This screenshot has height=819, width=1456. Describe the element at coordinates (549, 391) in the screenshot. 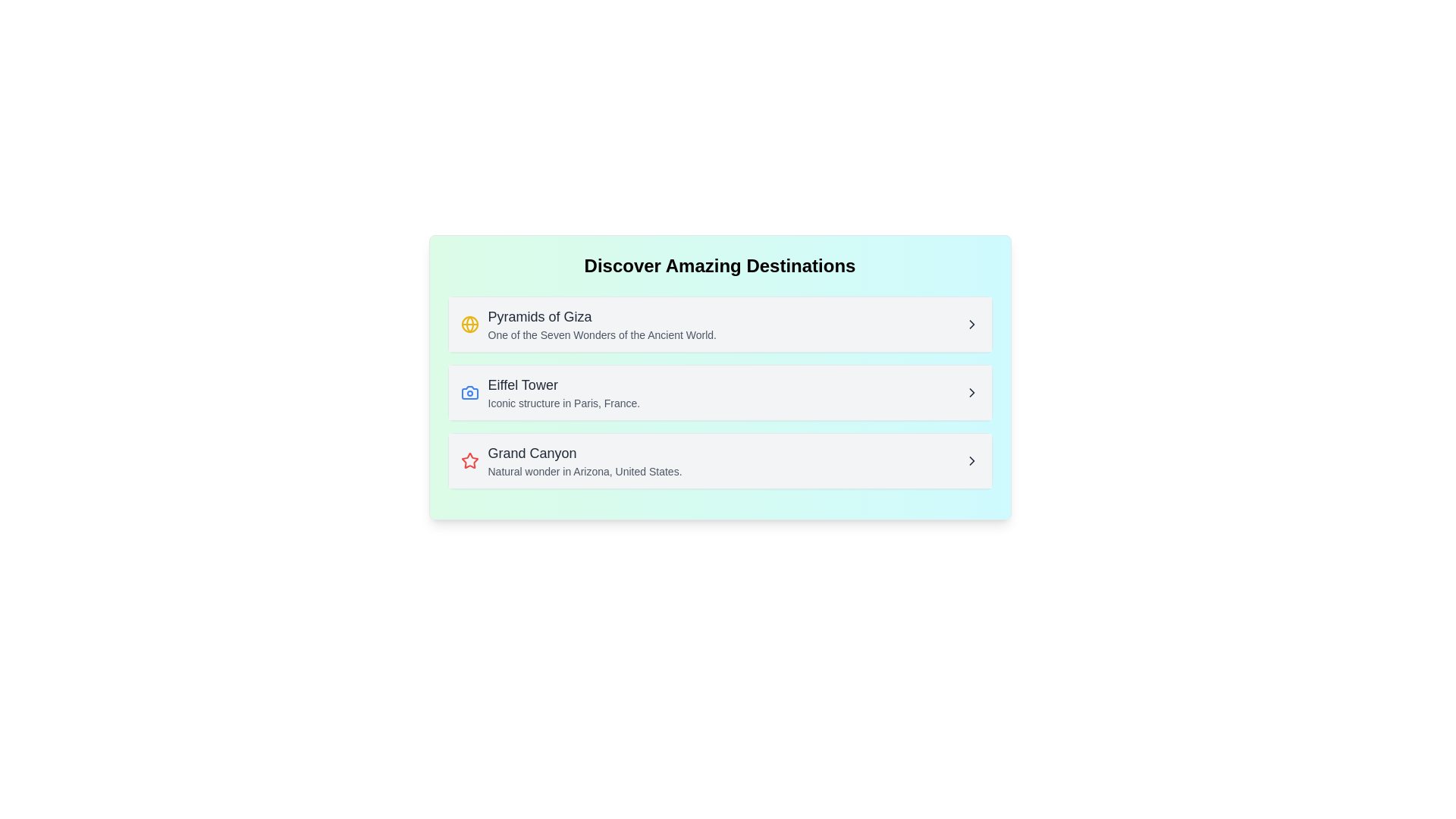

I see `the second list item displaying information about the Eiffel Tower` at that location.